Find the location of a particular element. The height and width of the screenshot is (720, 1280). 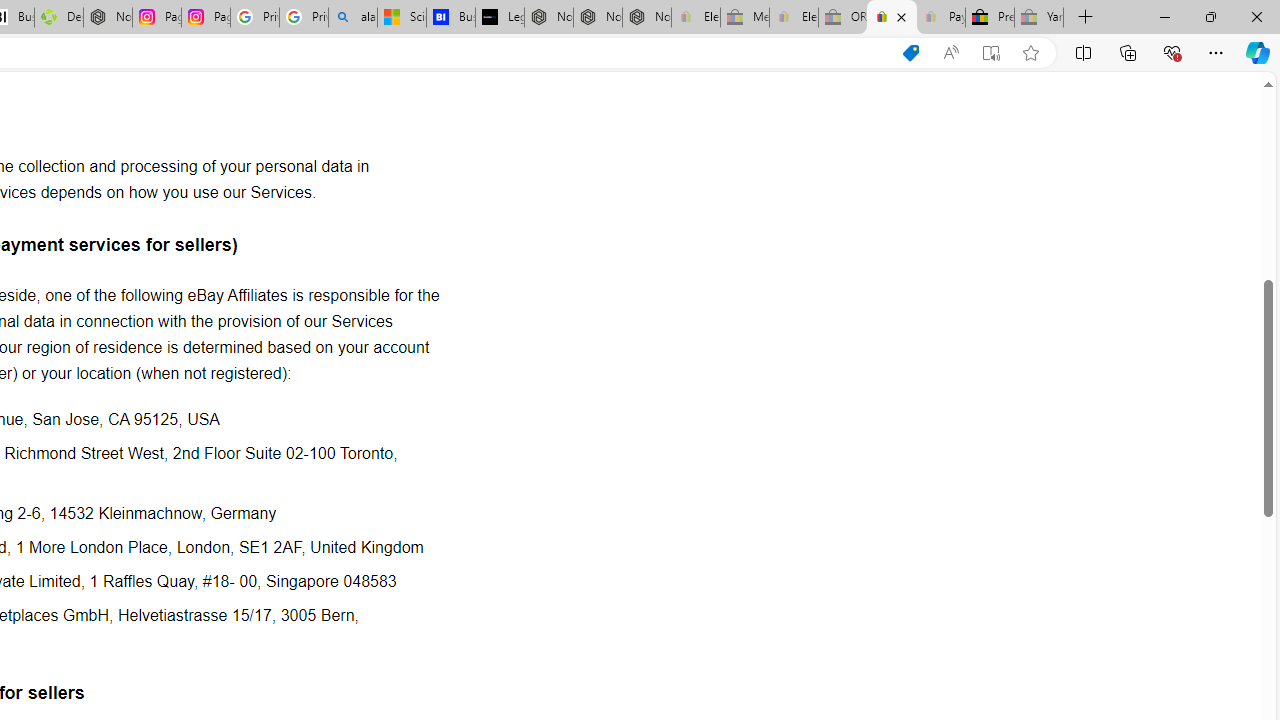

'Descarga Driver Updater' is located at coordinates (58, 17).